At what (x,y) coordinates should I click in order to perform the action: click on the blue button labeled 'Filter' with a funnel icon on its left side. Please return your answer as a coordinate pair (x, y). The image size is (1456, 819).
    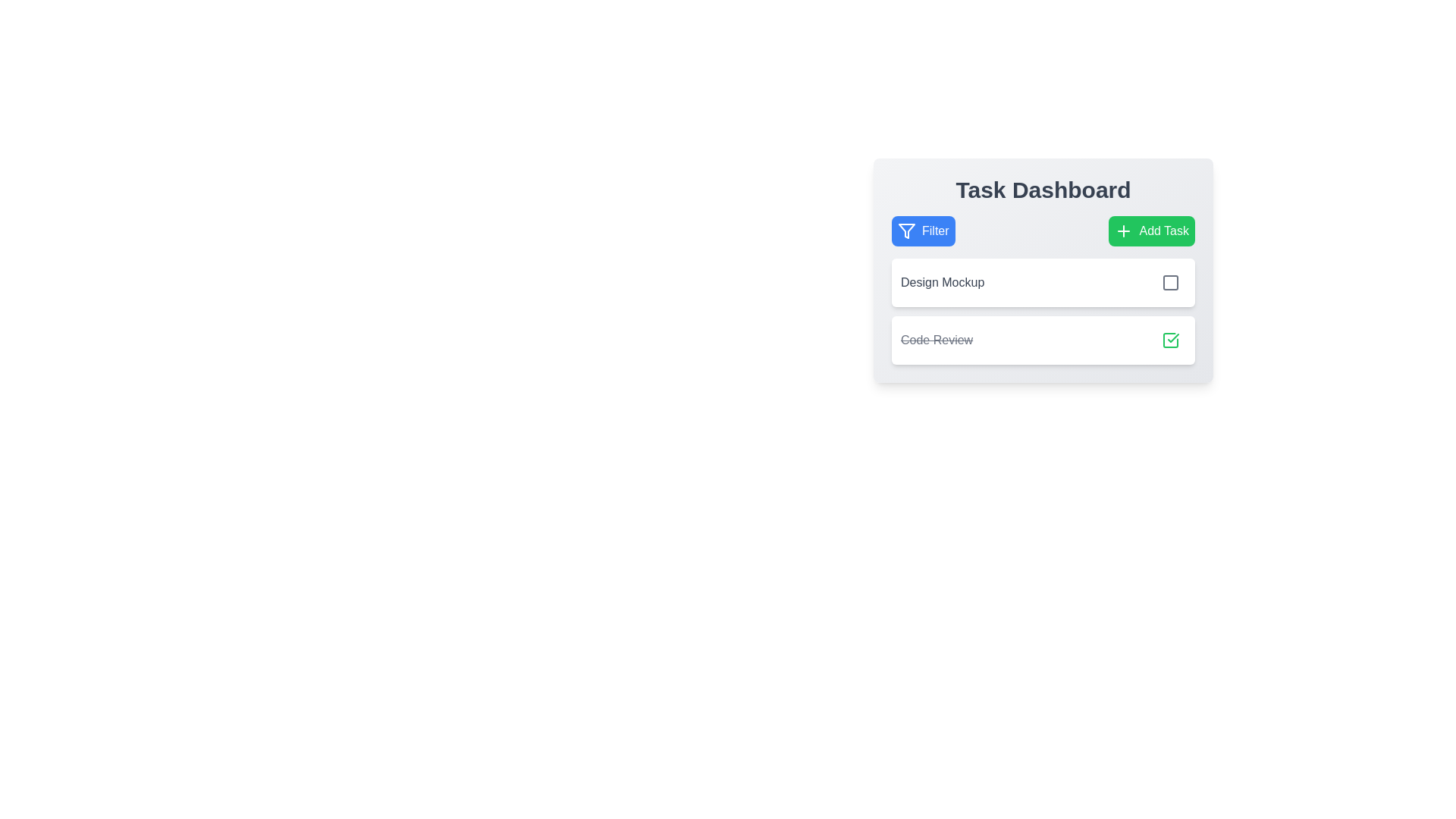
    Looking at the image, I should click on (922, 231).